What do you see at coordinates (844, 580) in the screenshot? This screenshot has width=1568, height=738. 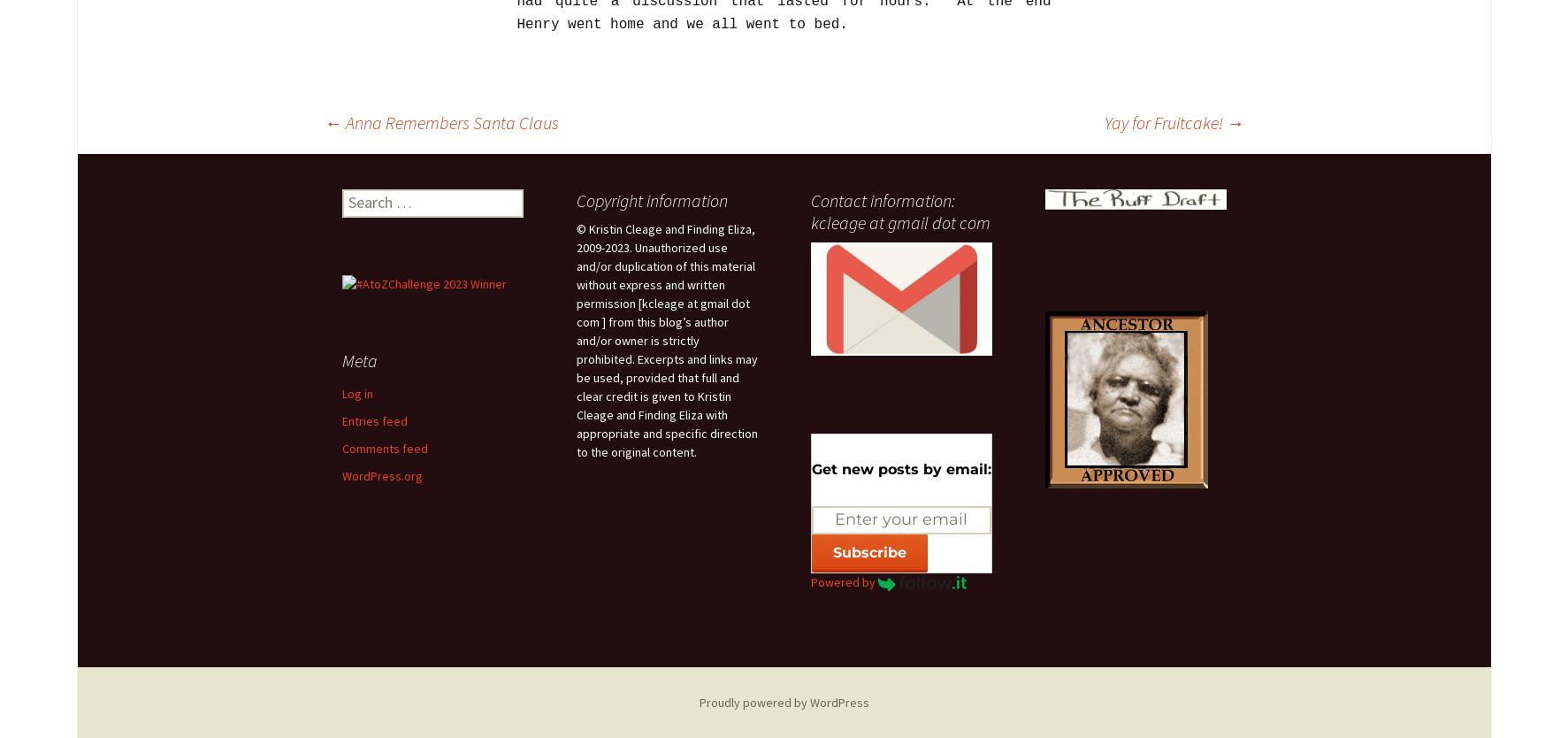 I see `'Powered by'` at bounding box center [844, 580].